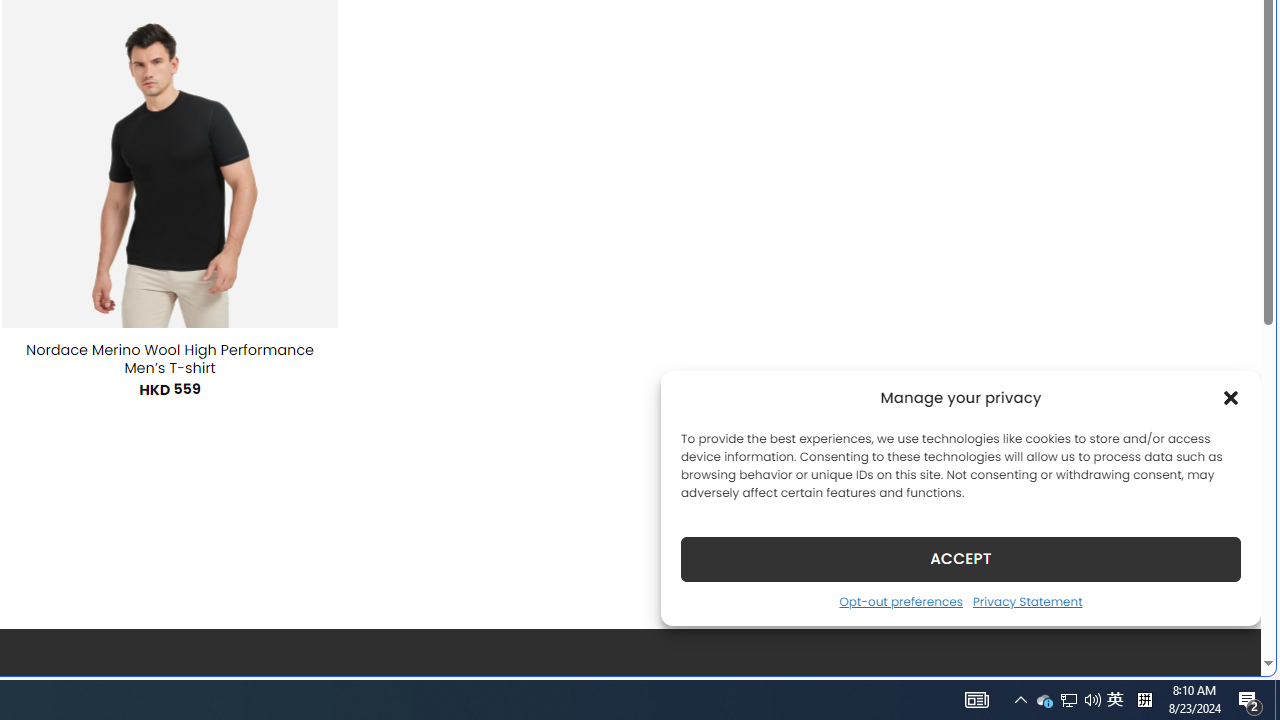 The height and width of the screenshot is (720, 1280). I want to click on 'Go to top', so click(1219, 648).